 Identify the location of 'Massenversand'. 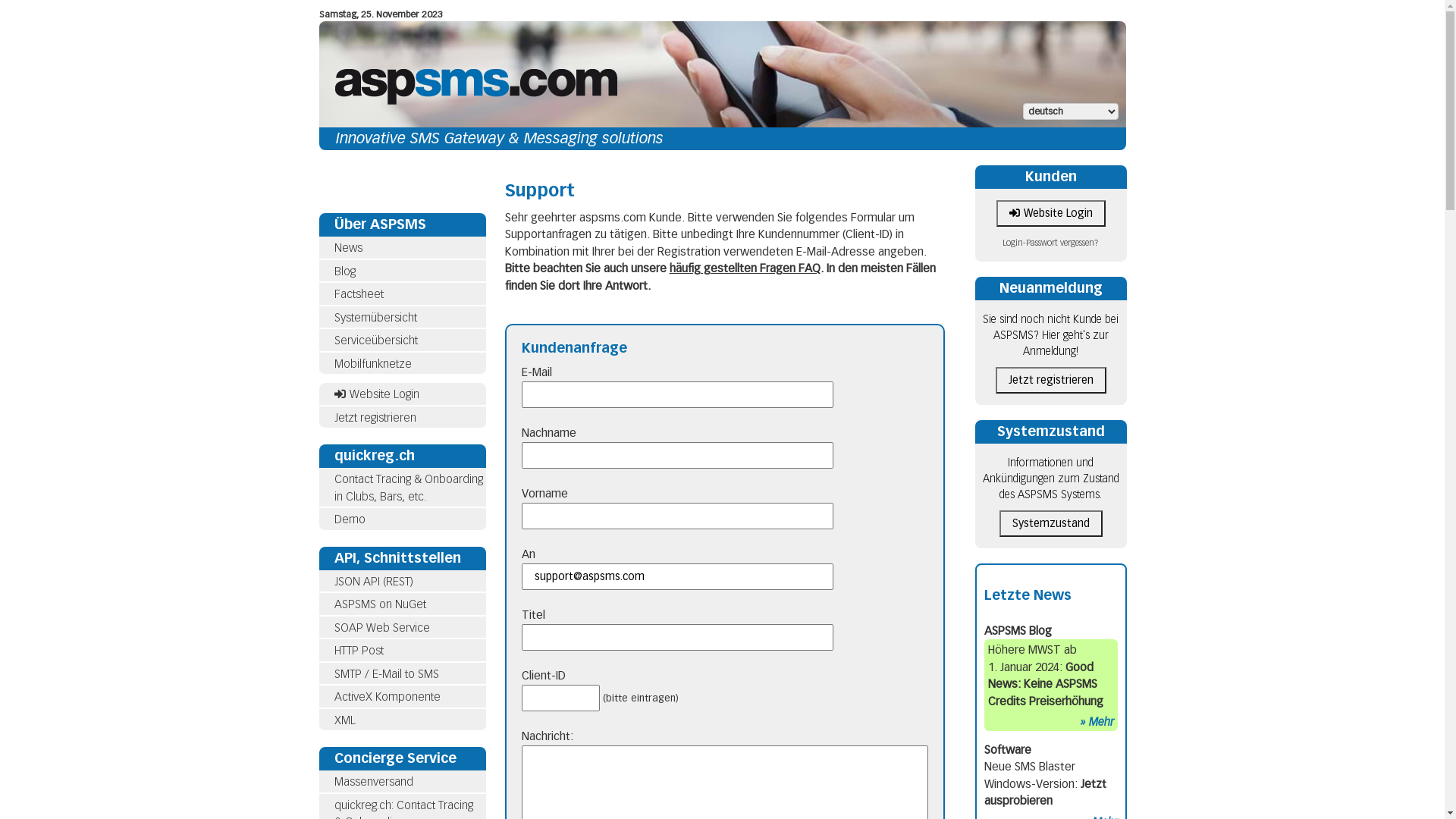
(318, 782).